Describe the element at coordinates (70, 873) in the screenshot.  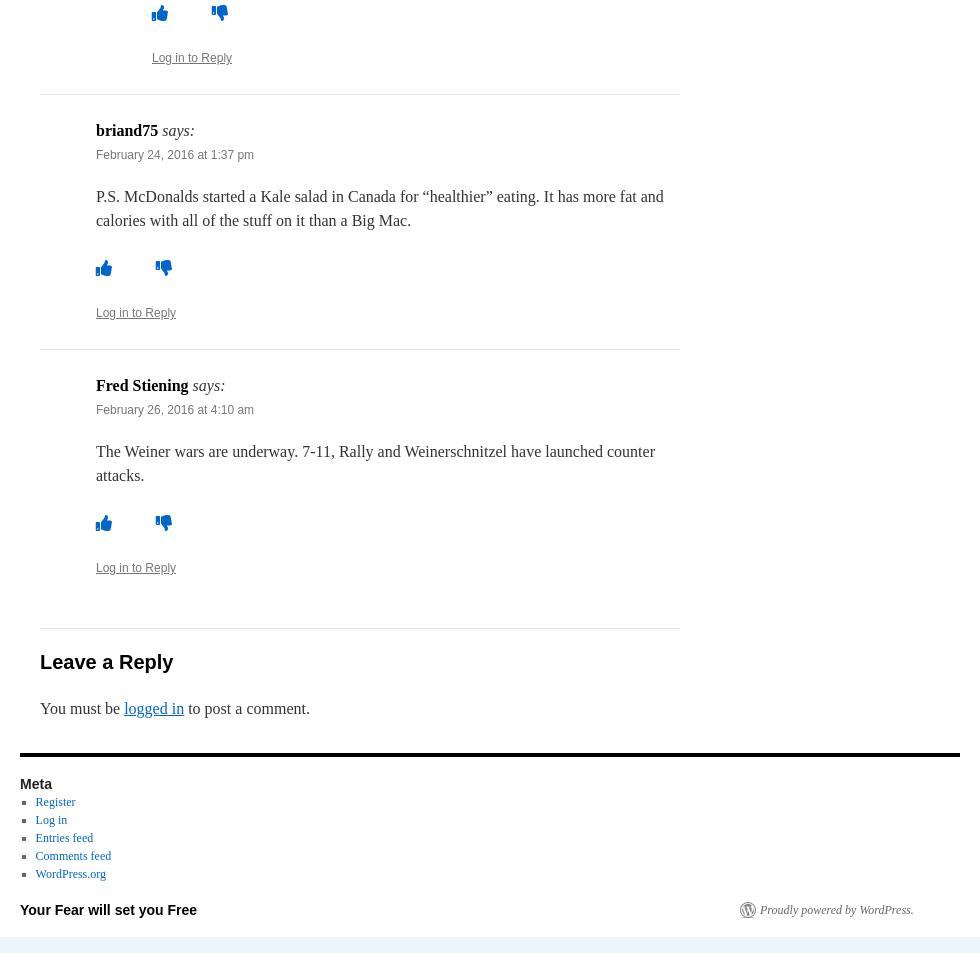
I see `'WordPress.org'` at that location.